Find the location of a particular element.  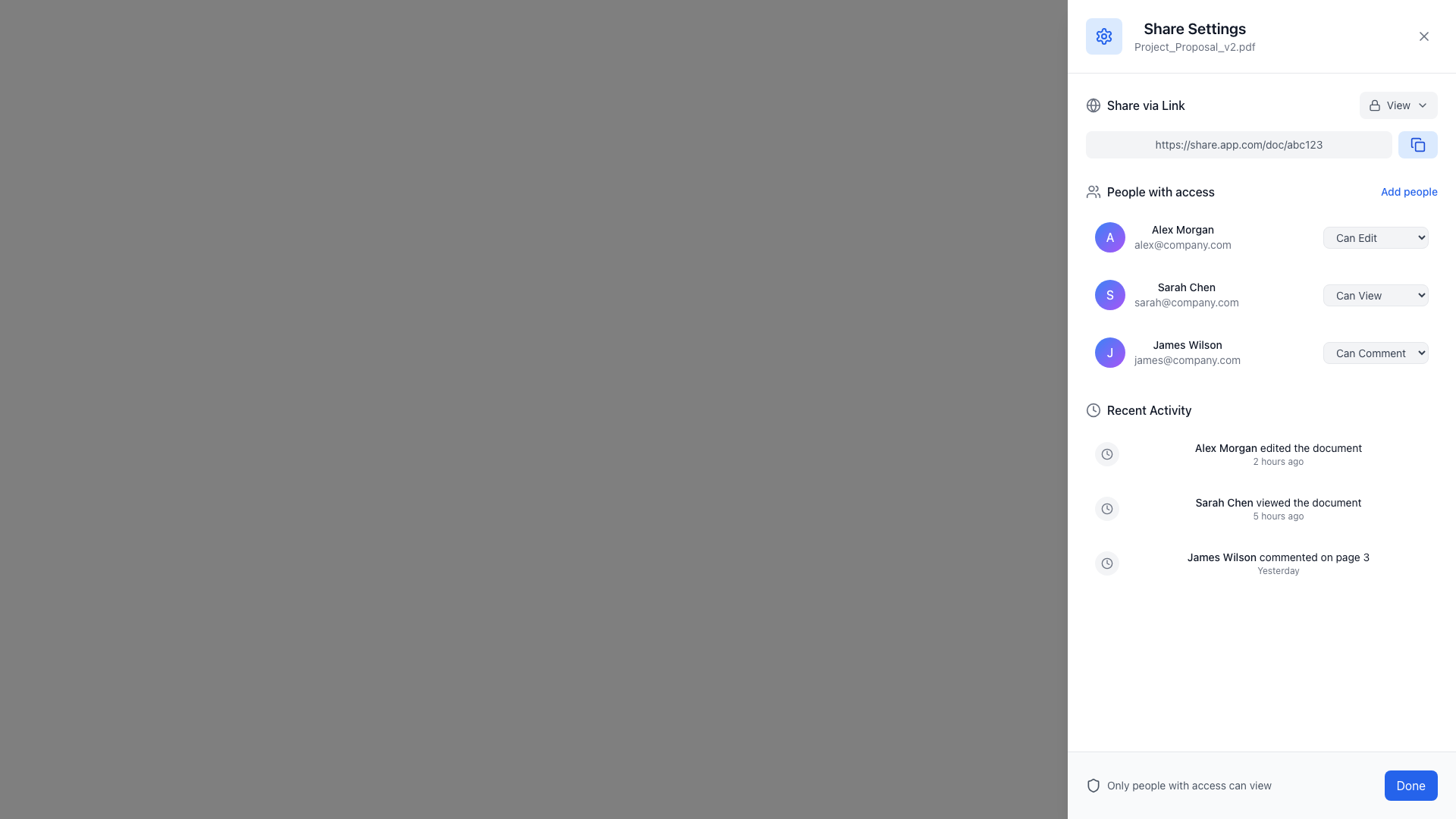

the text element that reads 'Only people with access can view', which is styled in a dimmer color and located at the bottom-right corner of the interface, next to a shield icon is located at coordinates (1188, 785).